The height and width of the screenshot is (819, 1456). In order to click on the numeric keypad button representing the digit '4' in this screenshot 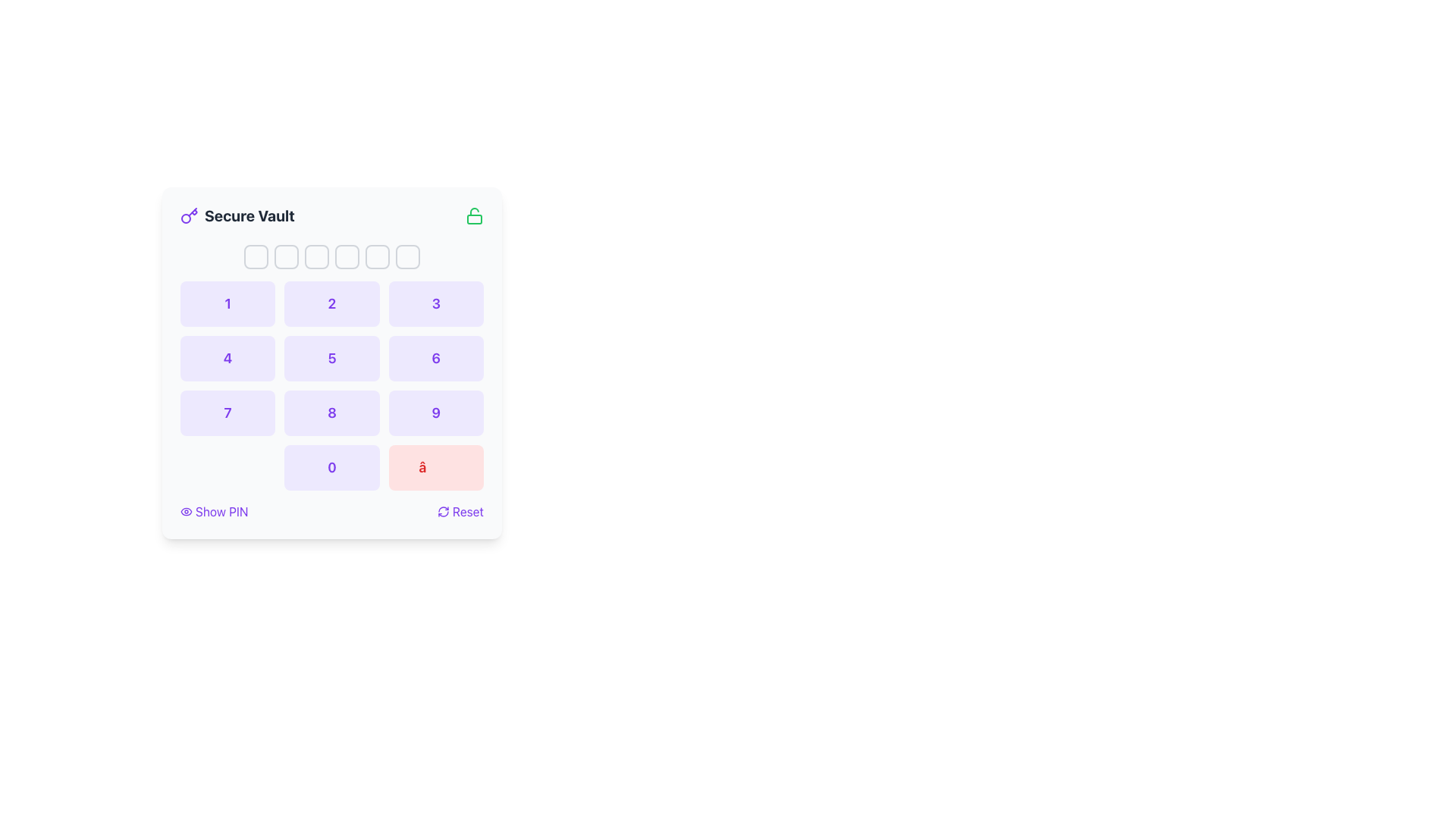, I will do `click(227, 359)`.